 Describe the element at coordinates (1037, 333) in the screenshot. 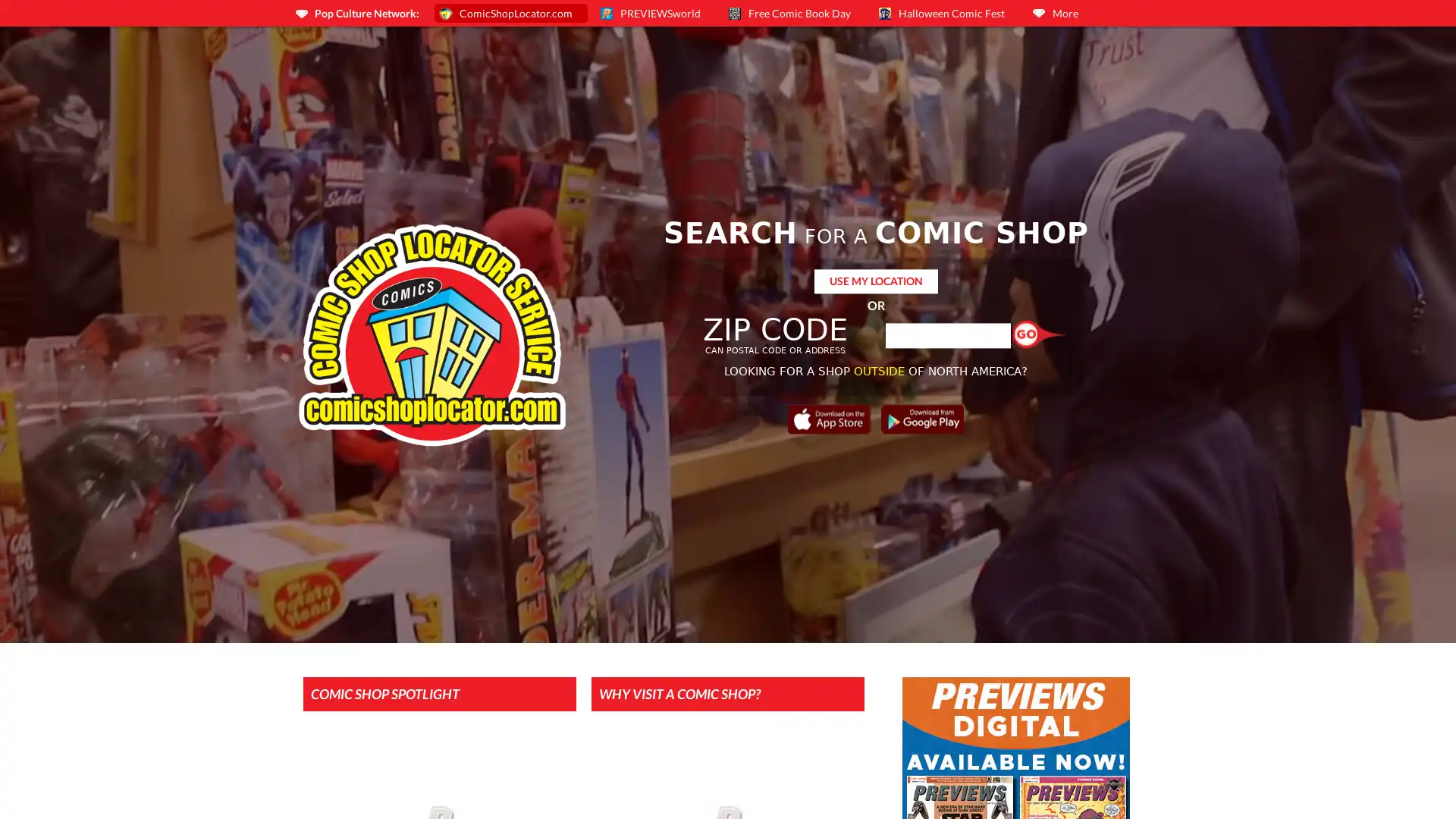

I see `Find a Shop!` at that location.